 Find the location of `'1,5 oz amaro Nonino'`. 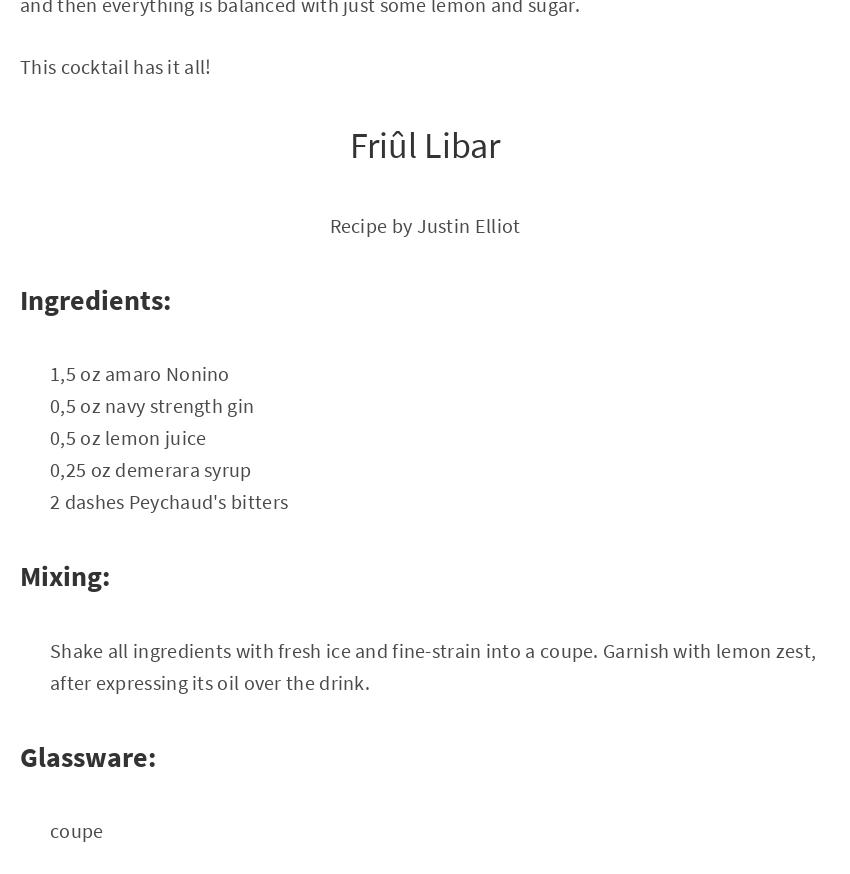

'1,5 oz amaro Nonino' is located at coordinates (139, 373).